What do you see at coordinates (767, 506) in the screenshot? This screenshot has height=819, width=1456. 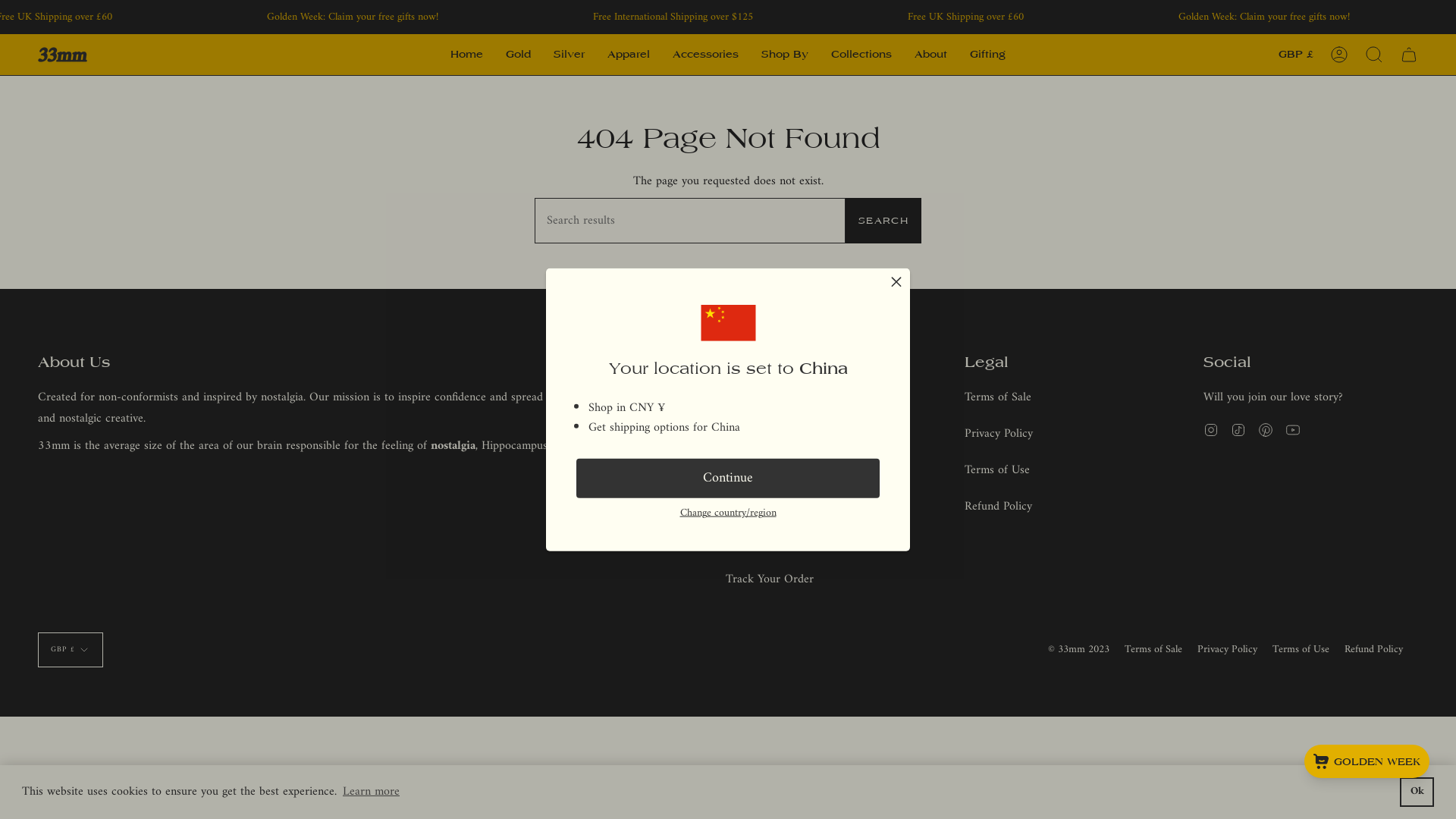 I see `'Materials & Care'` at bounding box center [767, 506].